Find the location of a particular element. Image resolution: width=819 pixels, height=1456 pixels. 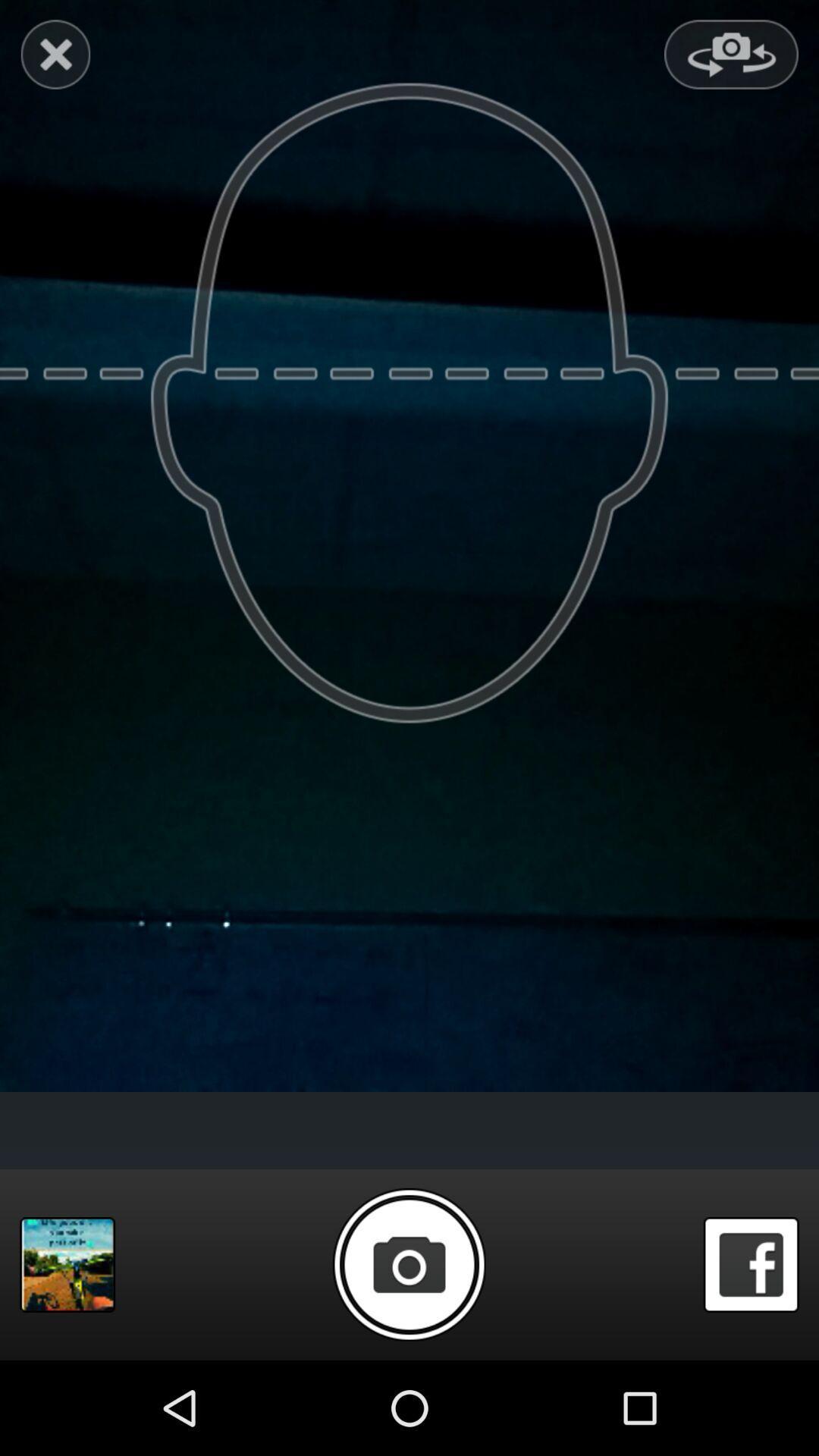

the close icon is located at coordinates (55, 58).